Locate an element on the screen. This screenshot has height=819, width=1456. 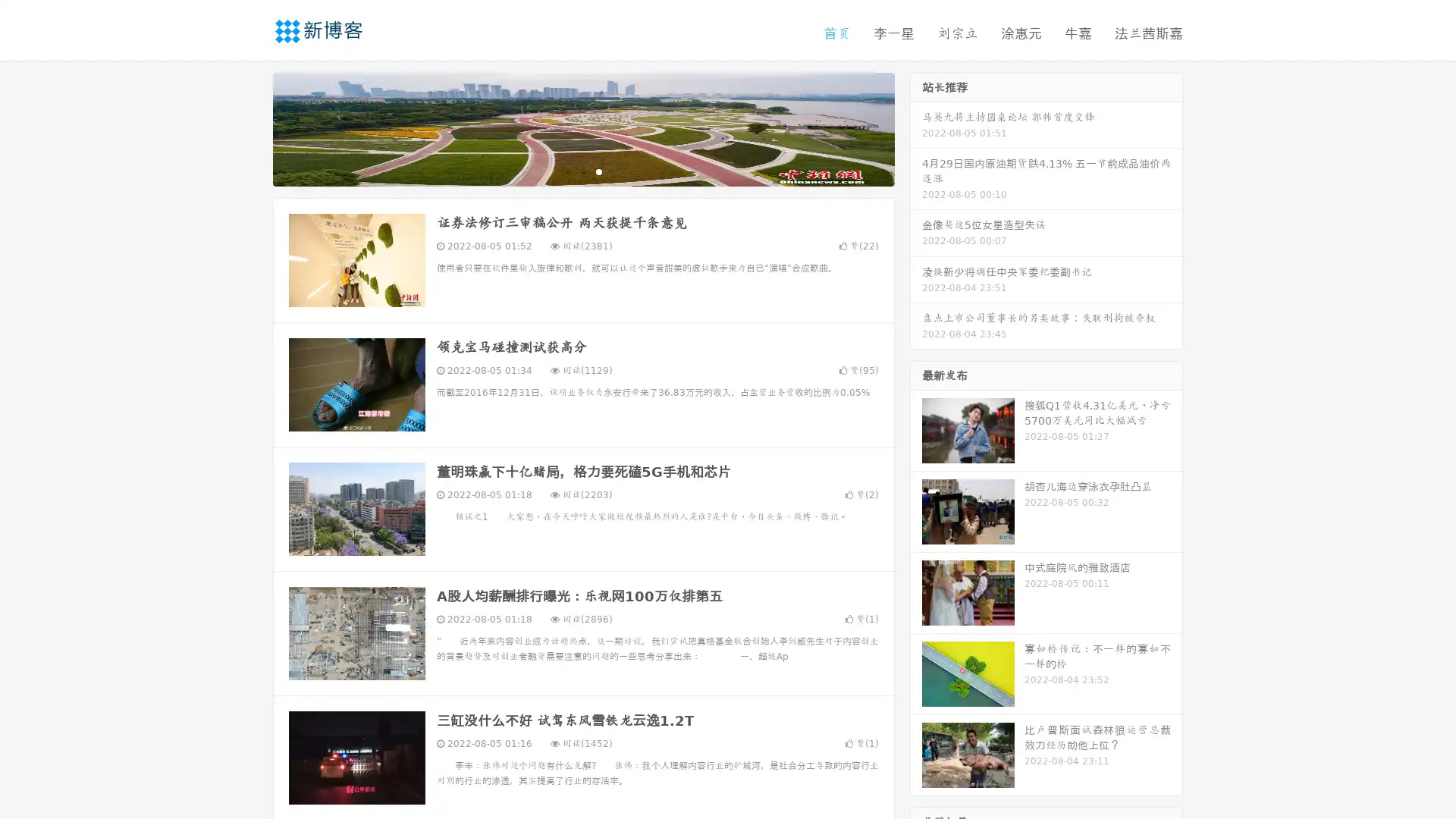
Go to slide 2 is located at coordinates (582, 171).